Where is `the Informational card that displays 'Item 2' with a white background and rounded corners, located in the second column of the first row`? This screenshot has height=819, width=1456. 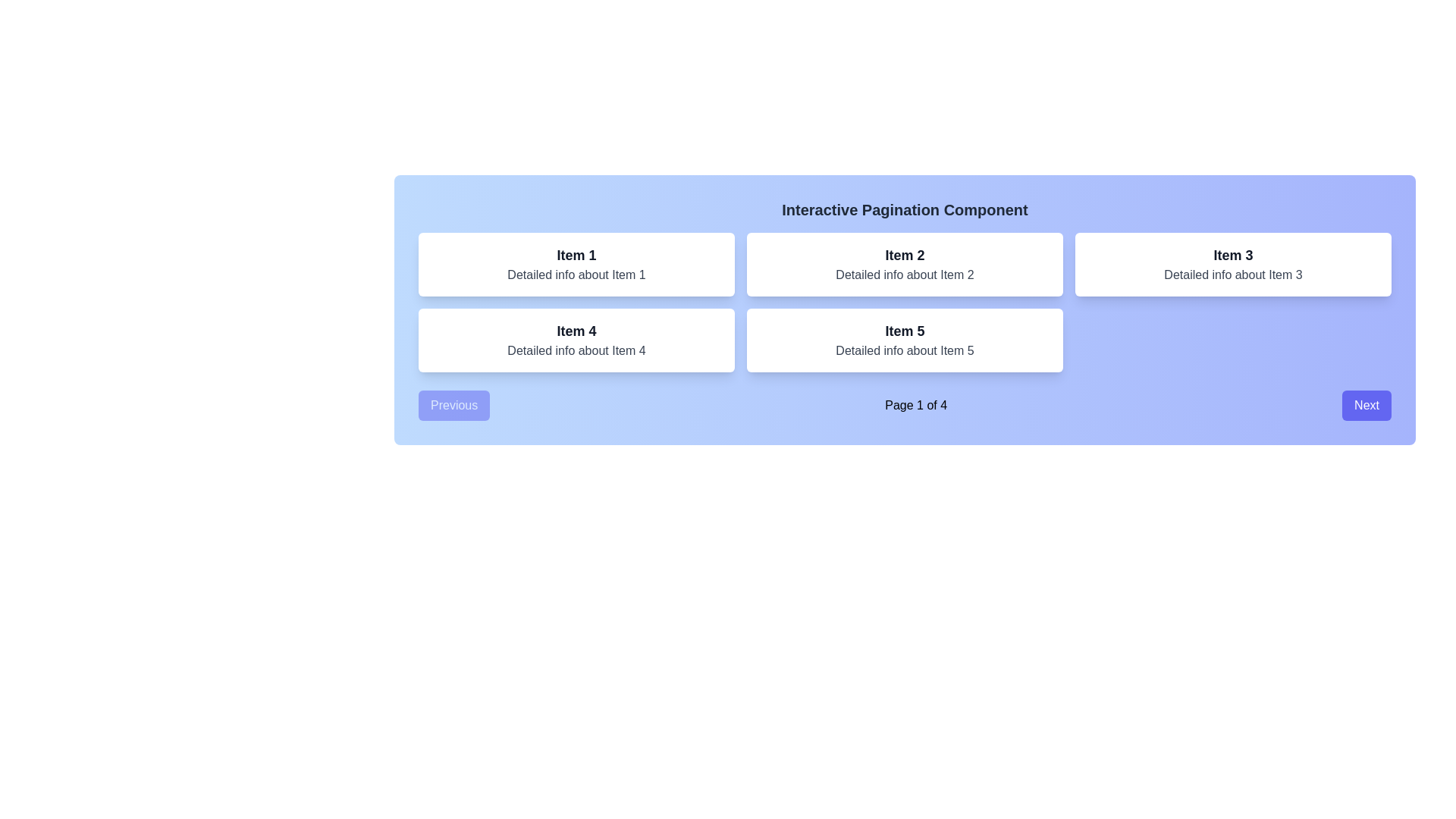 the Informational card that displays 'Item 2' with a white background and rounded corners, located in the second column of the first row is located at coordinates (905, 263).